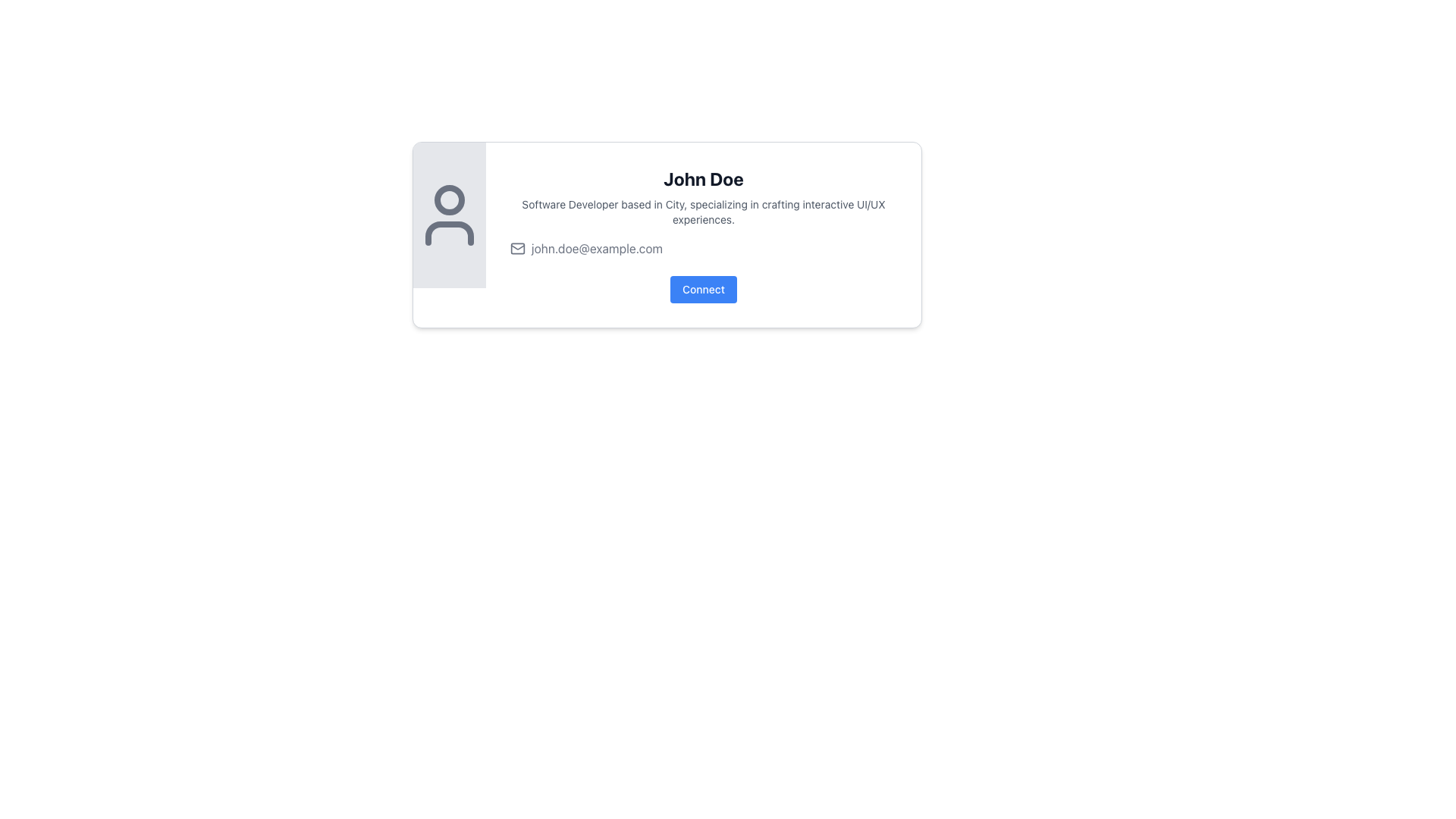  Describe the element at coordinates (517, 247) in the screenshot. I see `the email icon located beneath the name 'John Doe' and the email text 'john.doe@example.com'` at that location.